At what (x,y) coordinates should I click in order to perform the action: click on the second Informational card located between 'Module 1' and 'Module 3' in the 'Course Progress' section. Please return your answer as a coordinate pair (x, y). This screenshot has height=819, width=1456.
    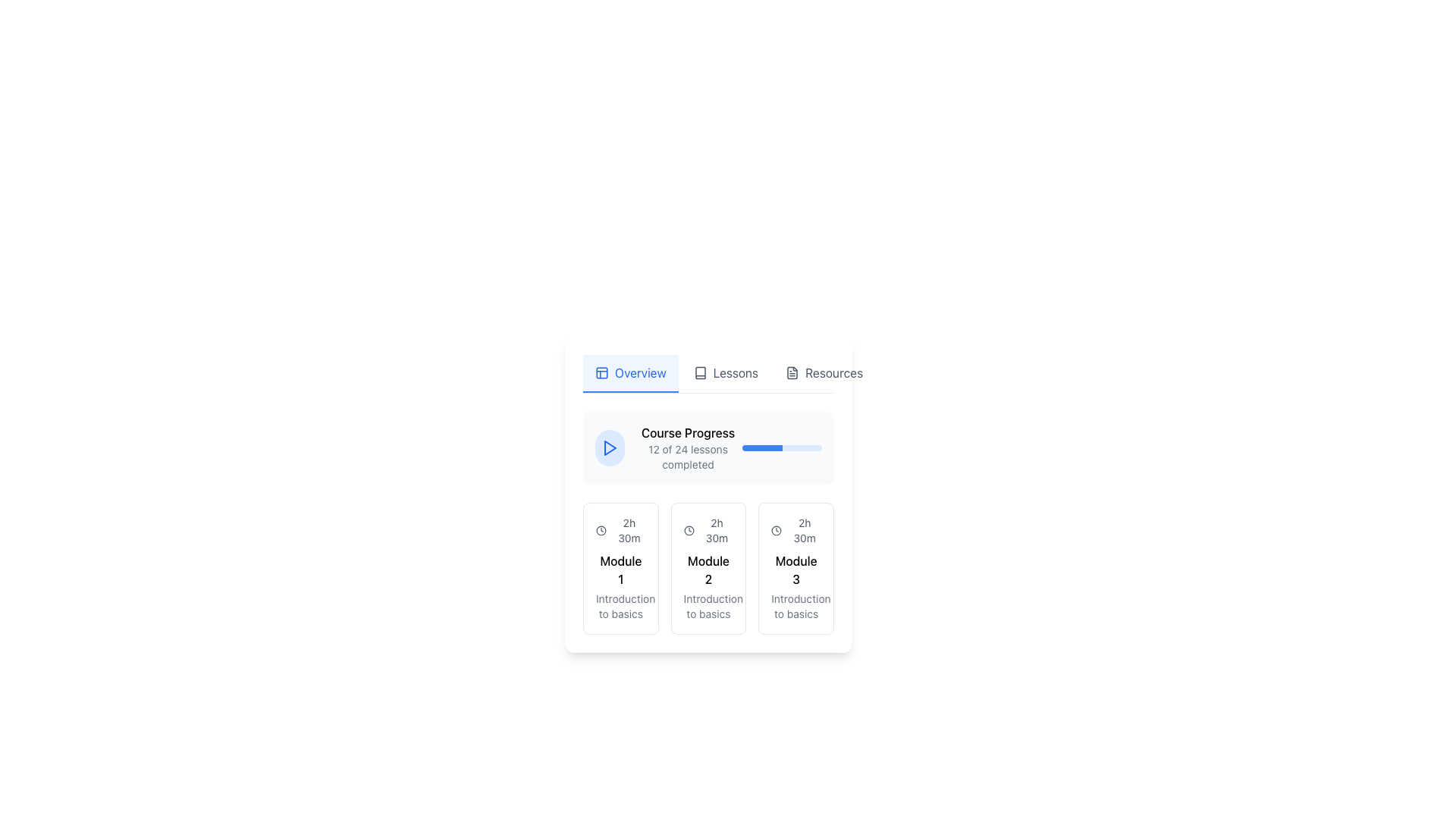
    Looking at the image, I should click on (708, 522).